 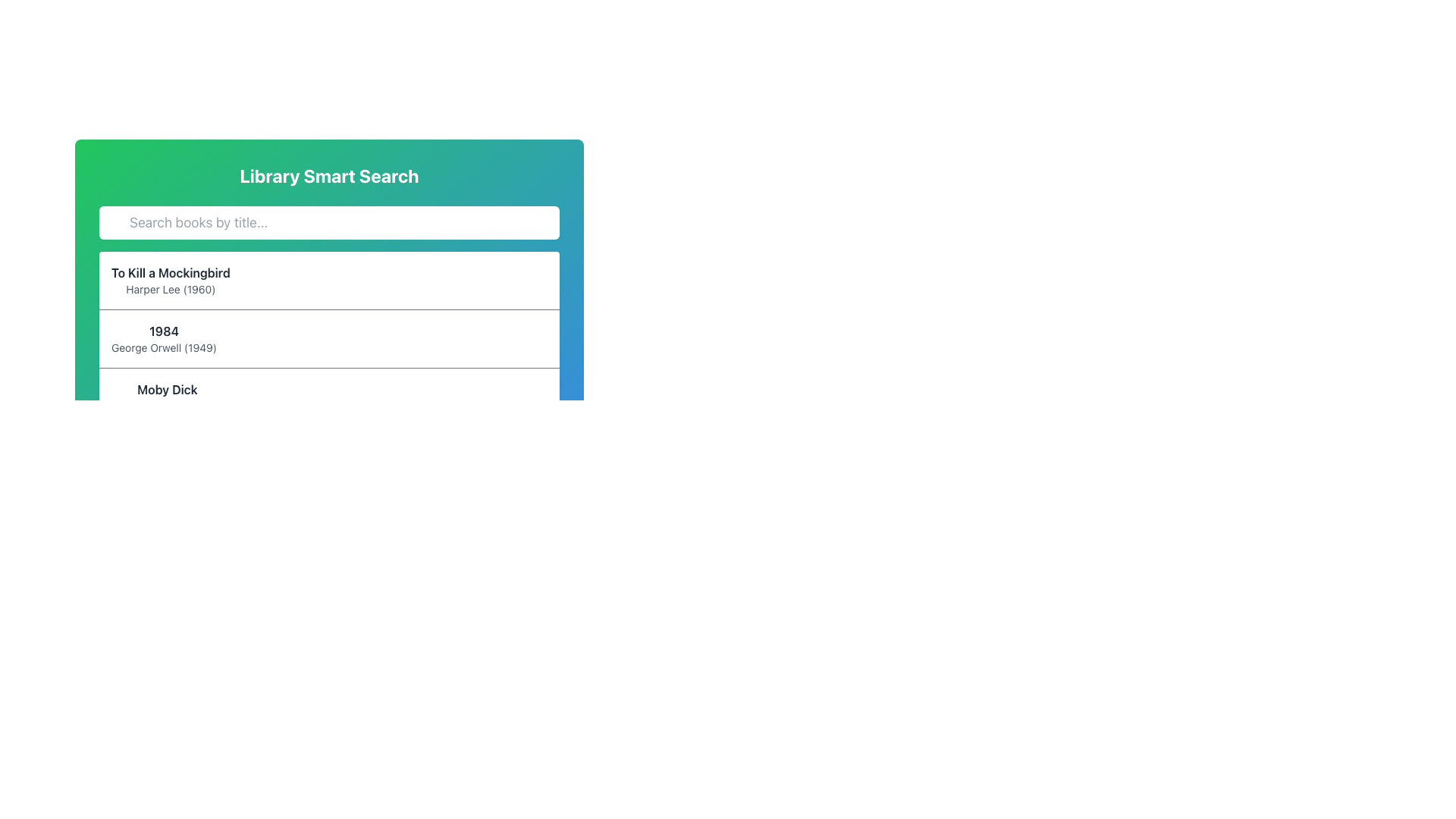 I want to click on the third book entry in the library search results, which displays the title, author, and publication year, so click(x=167, y=397).